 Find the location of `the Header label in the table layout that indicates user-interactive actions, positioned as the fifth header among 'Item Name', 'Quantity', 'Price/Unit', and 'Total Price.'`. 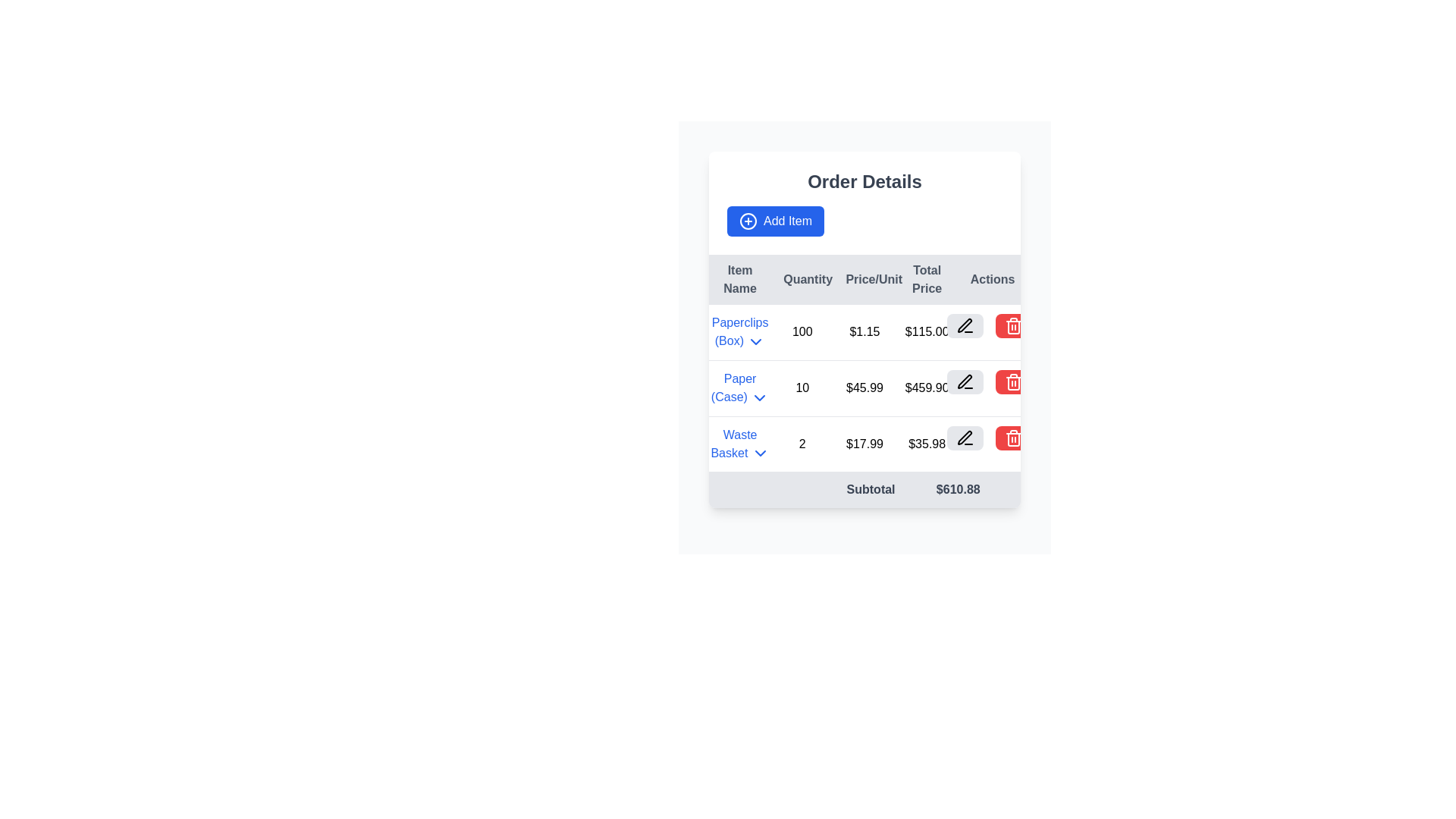

the Header label in the table layout that indicates user-interactive actions, positioned as the fifth header among 'Item Name', 'Quantity', 'Price/Unit', and 'Total Price.' is located at coordinates (989, 280).